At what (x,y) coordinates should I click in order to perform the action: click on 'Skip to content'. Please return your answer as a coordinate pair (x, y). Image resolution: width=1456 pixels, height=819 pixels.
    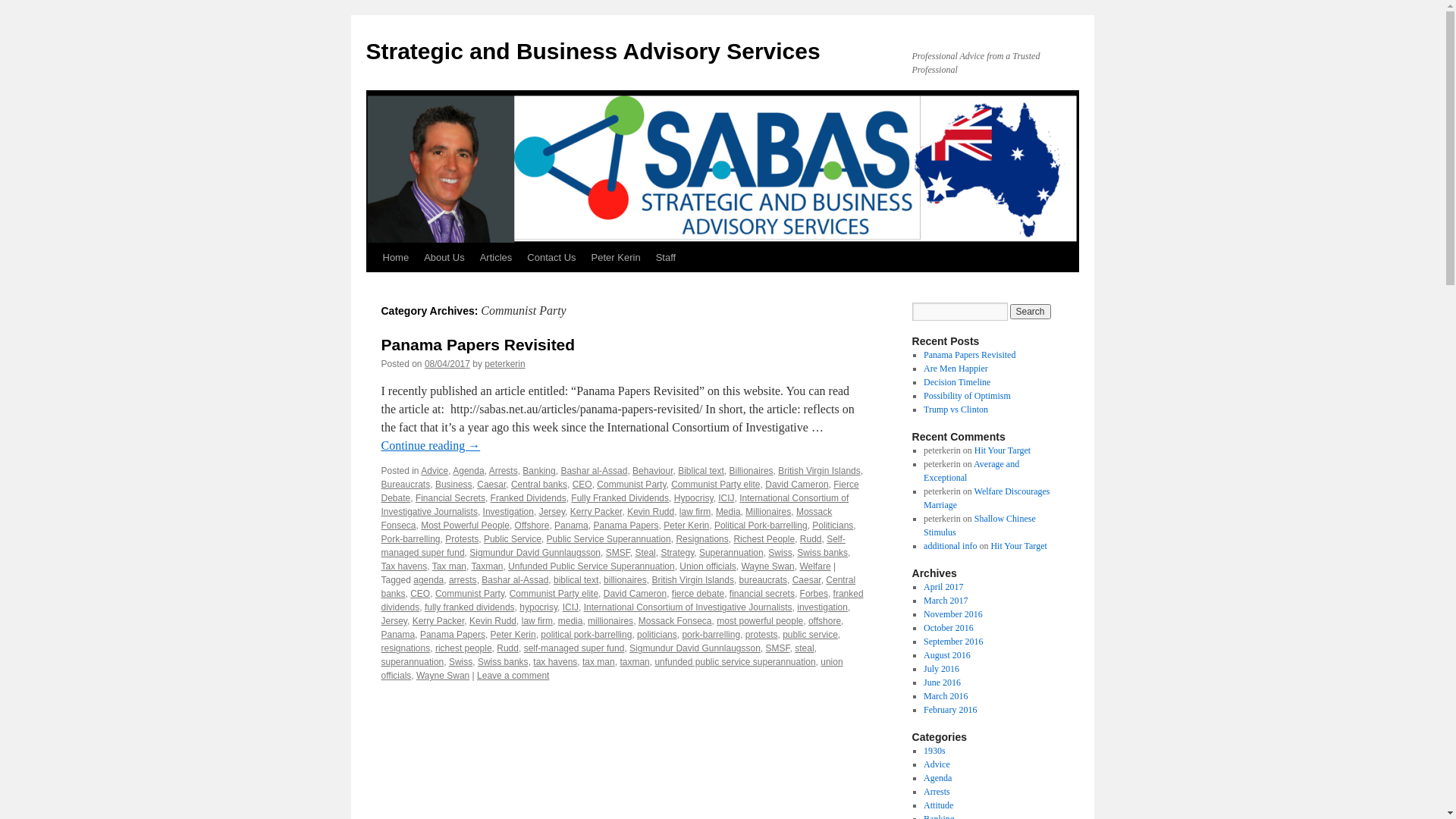
    Looking at the image, I should click on (372, 286).